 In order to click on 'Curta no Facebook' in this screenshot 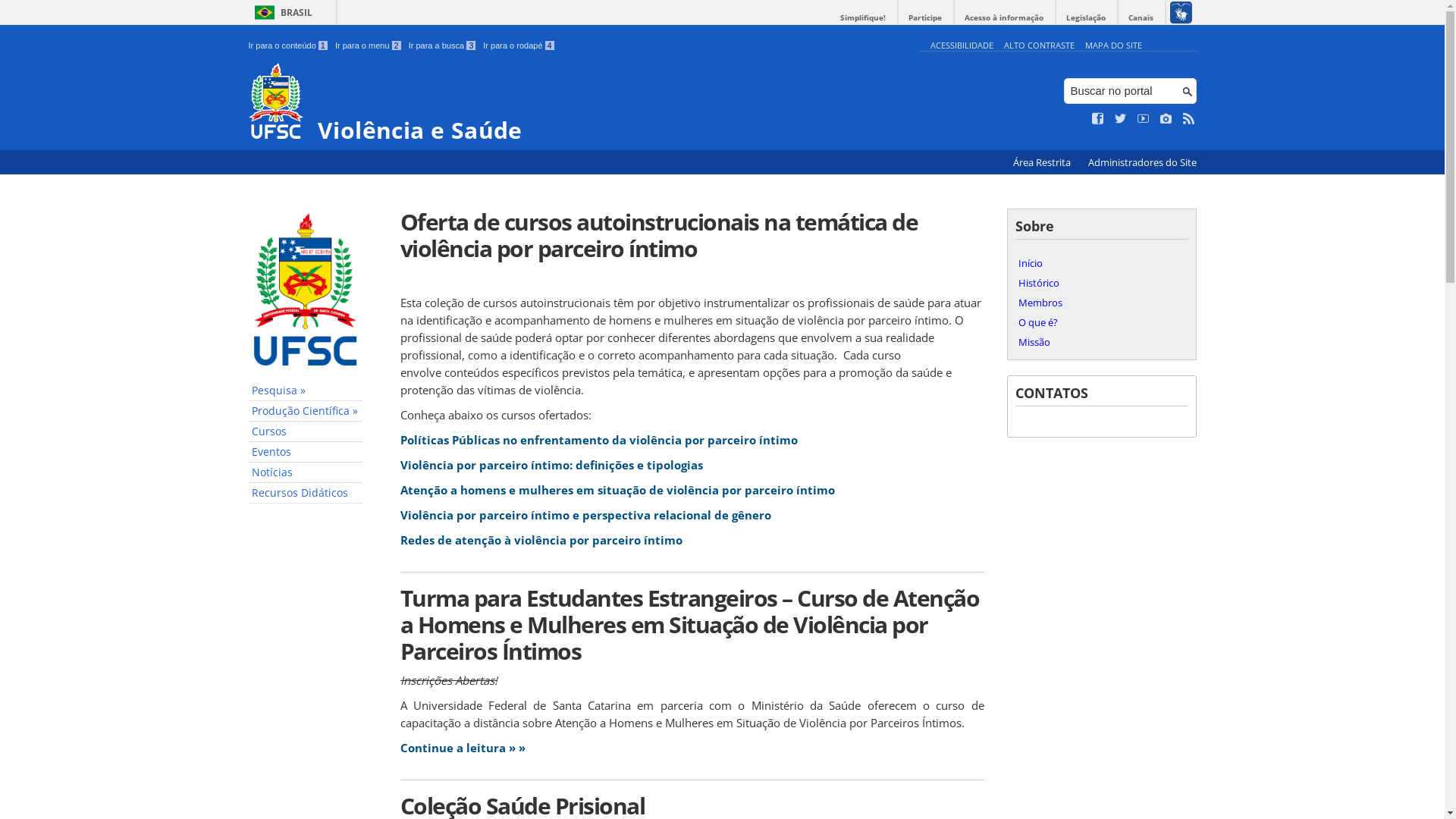, I will do `click(1098, 118)`.